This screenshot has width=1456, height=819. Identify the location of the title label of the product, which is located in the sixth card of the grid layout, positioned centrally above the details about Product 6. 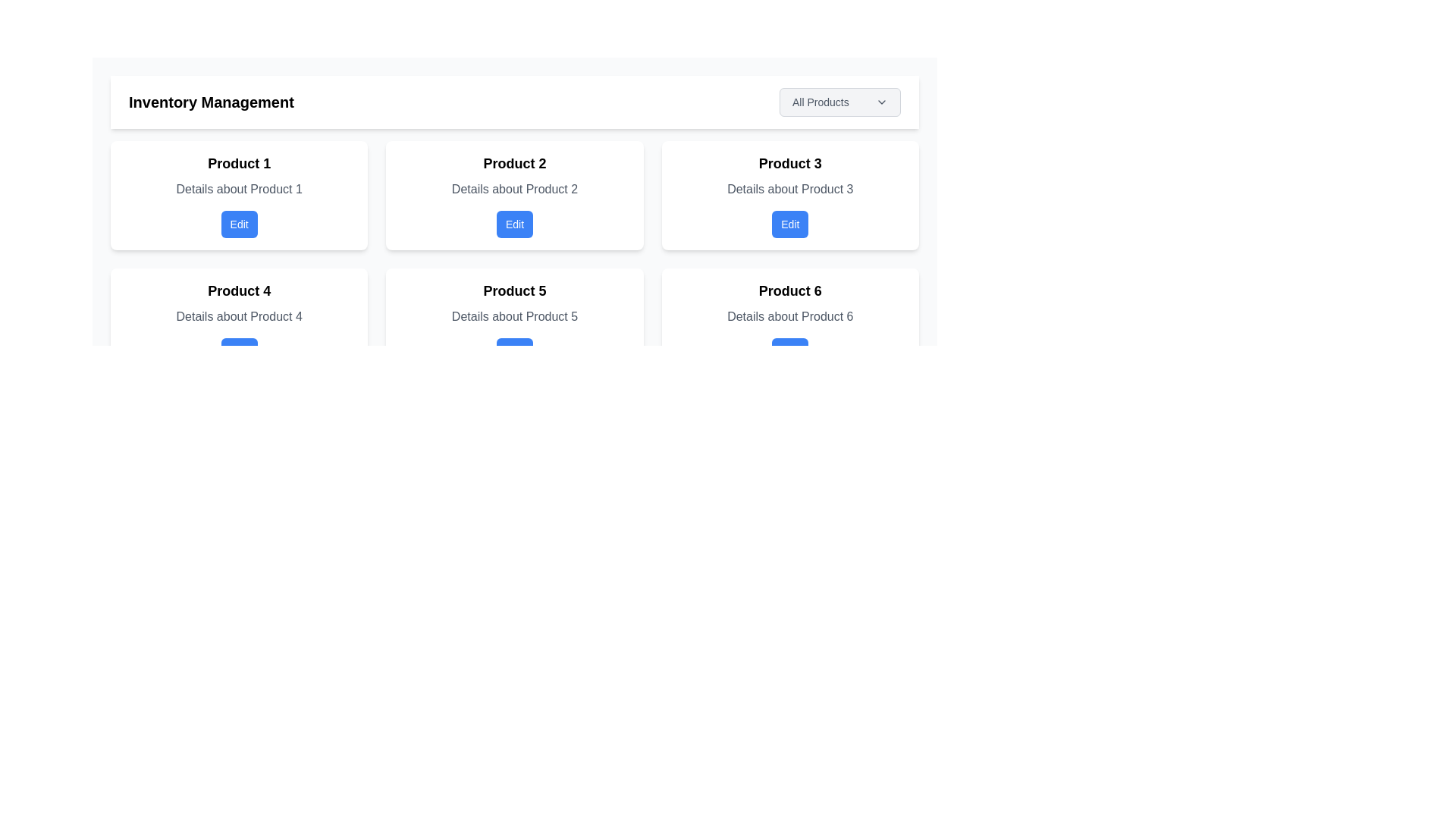
(789, 291).